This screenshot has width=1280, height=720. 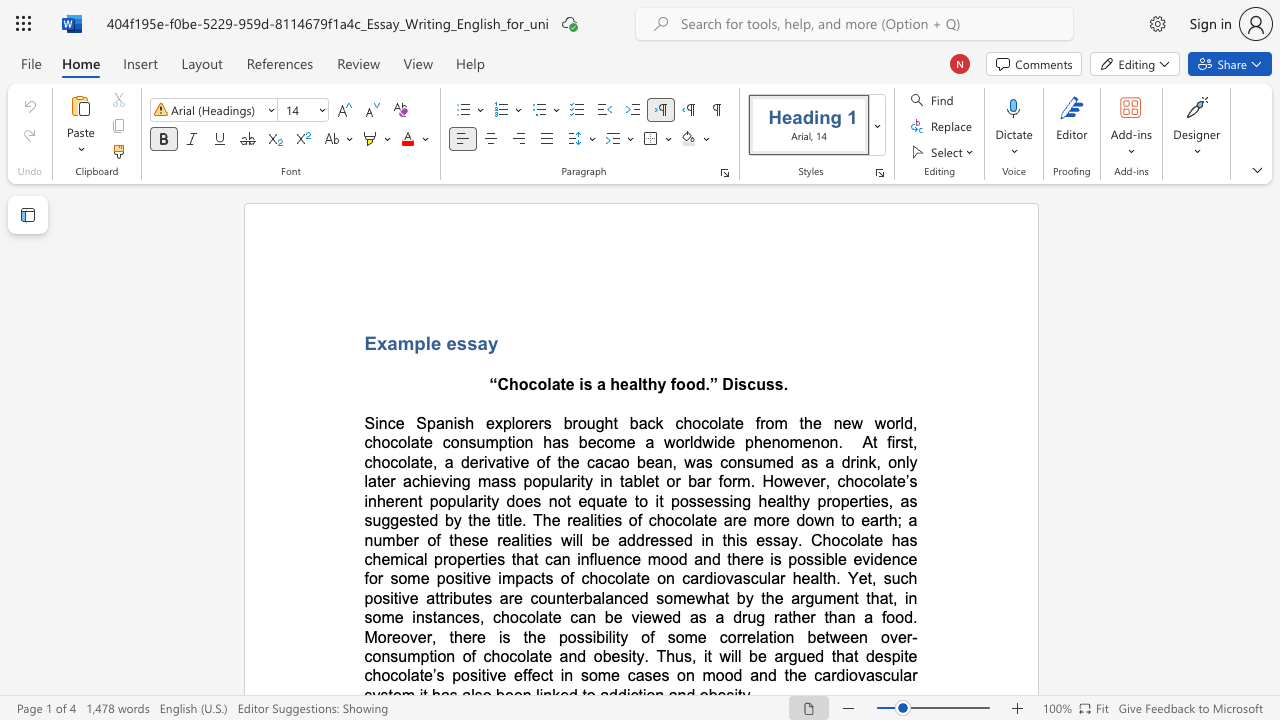 What do you see at coordinates (679, 500) in the screenshot?
I see `the subset text "ossessing" within the text "possessing"` at bounding box center [679, 500].